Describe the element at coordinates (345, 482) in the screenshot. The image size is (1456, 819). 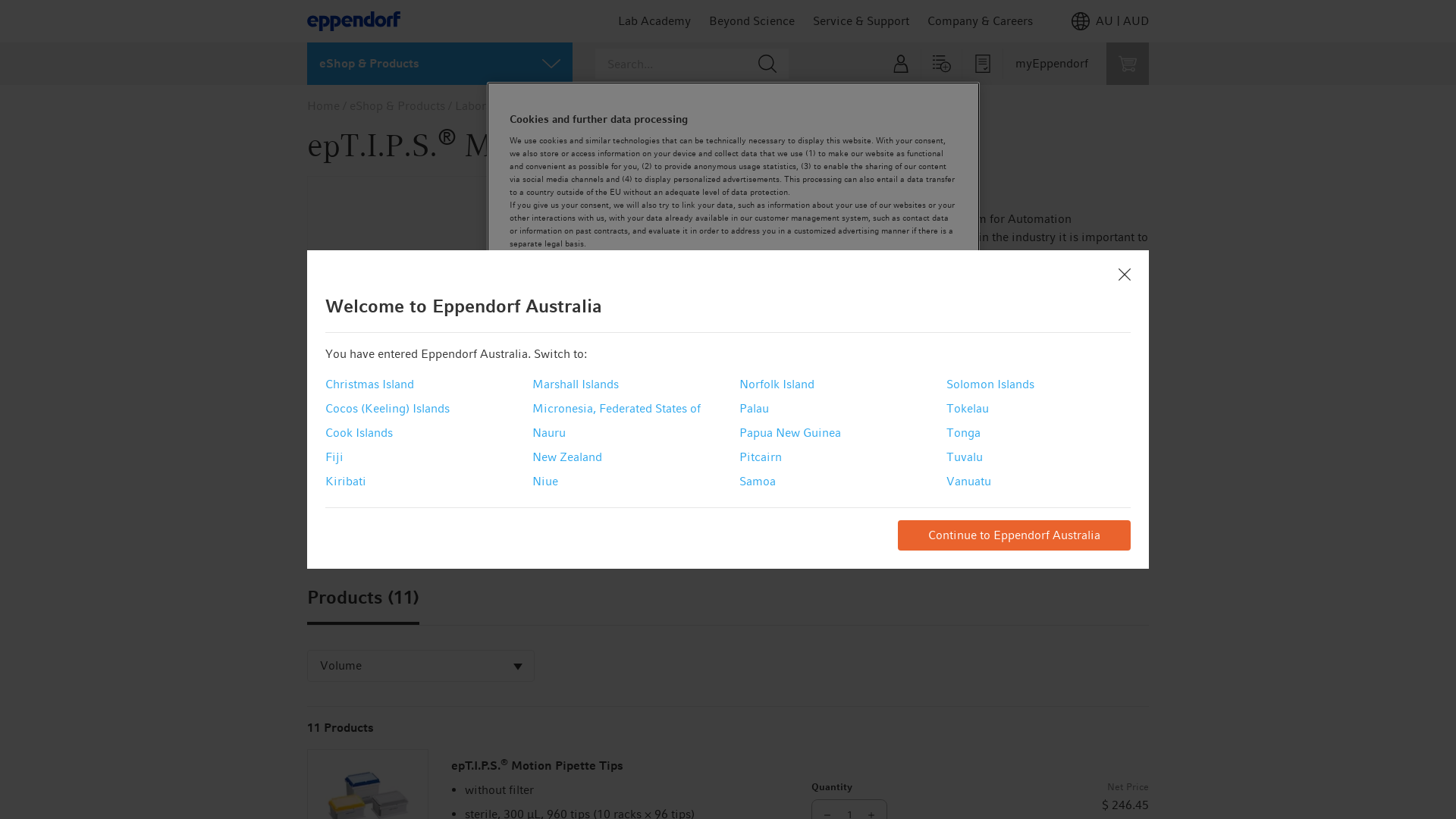
I see `'Kiribati'` at that location.